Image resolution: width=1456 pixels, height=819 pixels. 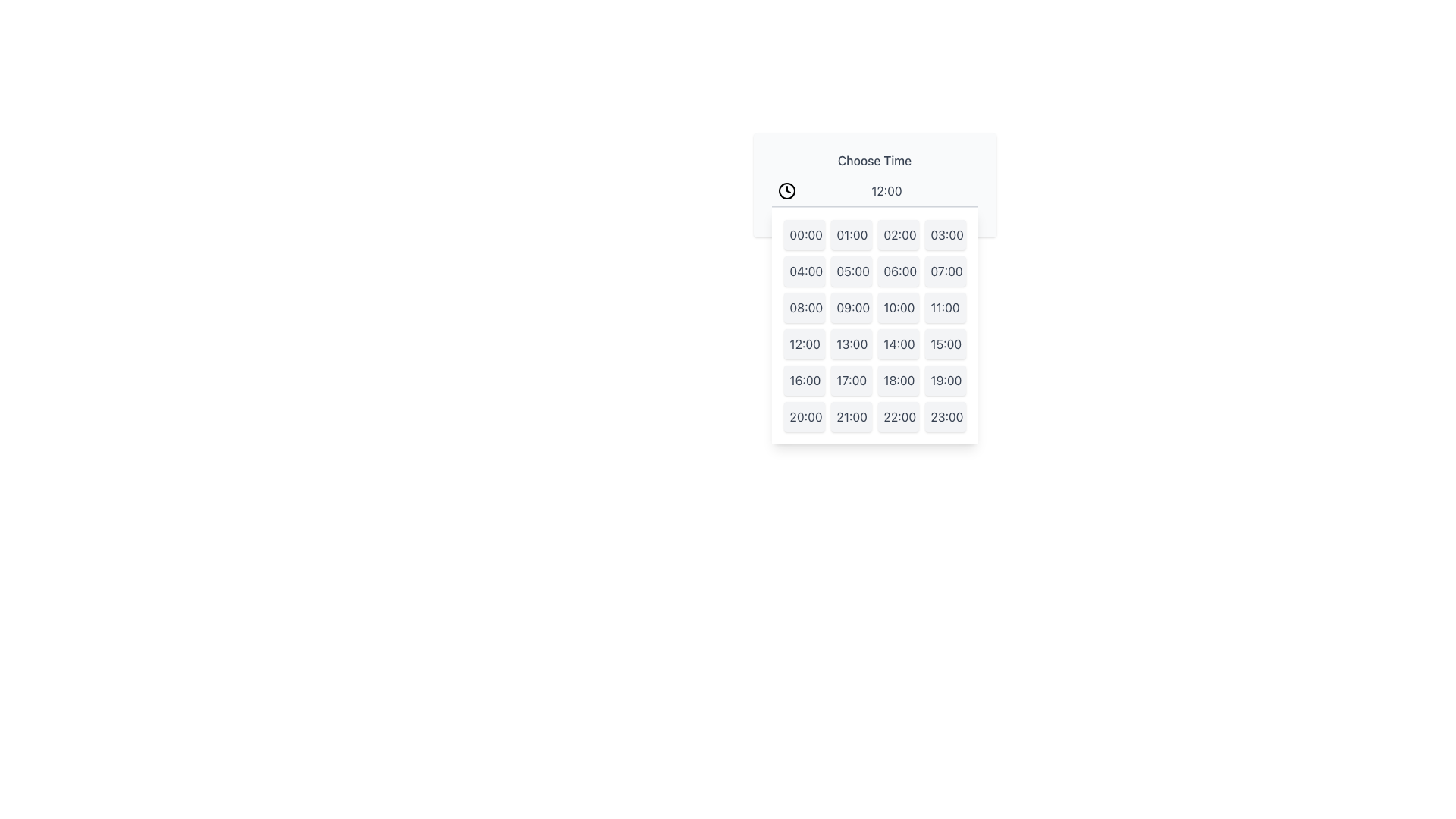 I want to click on the button displaying '19:00' which is the 20th element in a 4-column grid layout, located in the fifth row, fourth column, to change its background color to blue, so click(x=944, y=379).